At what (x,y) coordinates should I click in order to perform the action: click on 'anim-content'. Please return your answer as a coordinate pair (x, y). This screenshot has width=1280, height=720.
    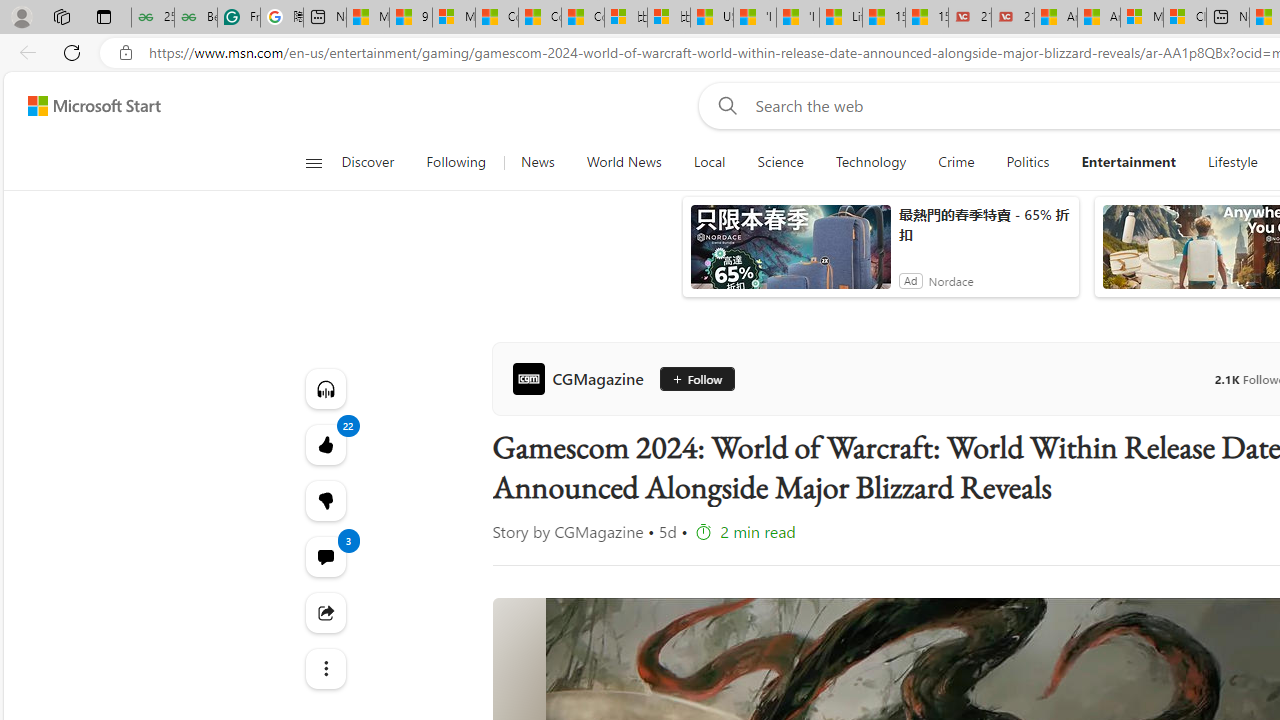
    Looking at the image, I should click on (789, 254).